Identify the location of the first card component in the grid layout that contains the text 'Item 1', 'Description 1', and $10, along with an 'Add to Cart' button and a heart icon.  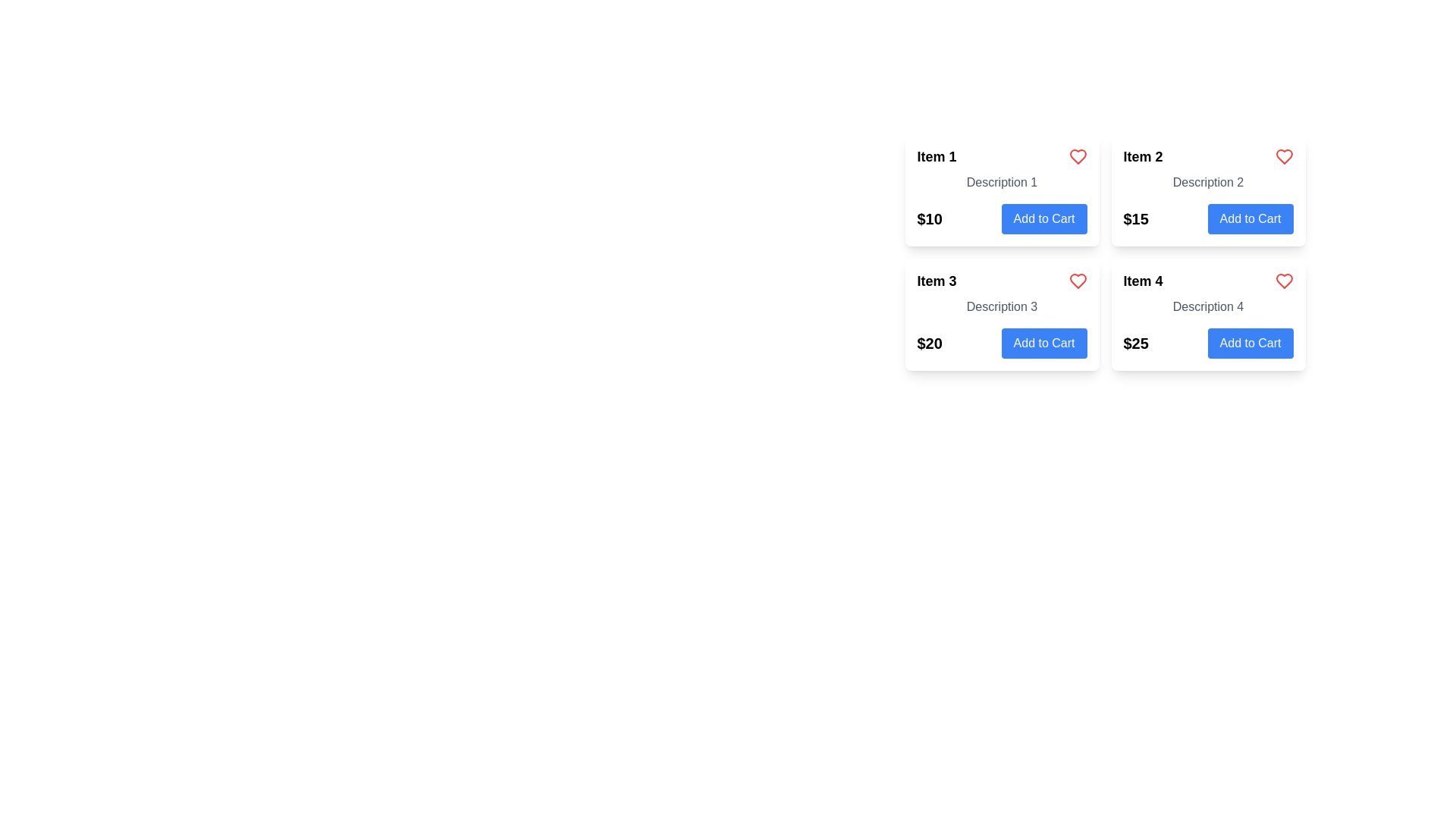
(1002, 189).